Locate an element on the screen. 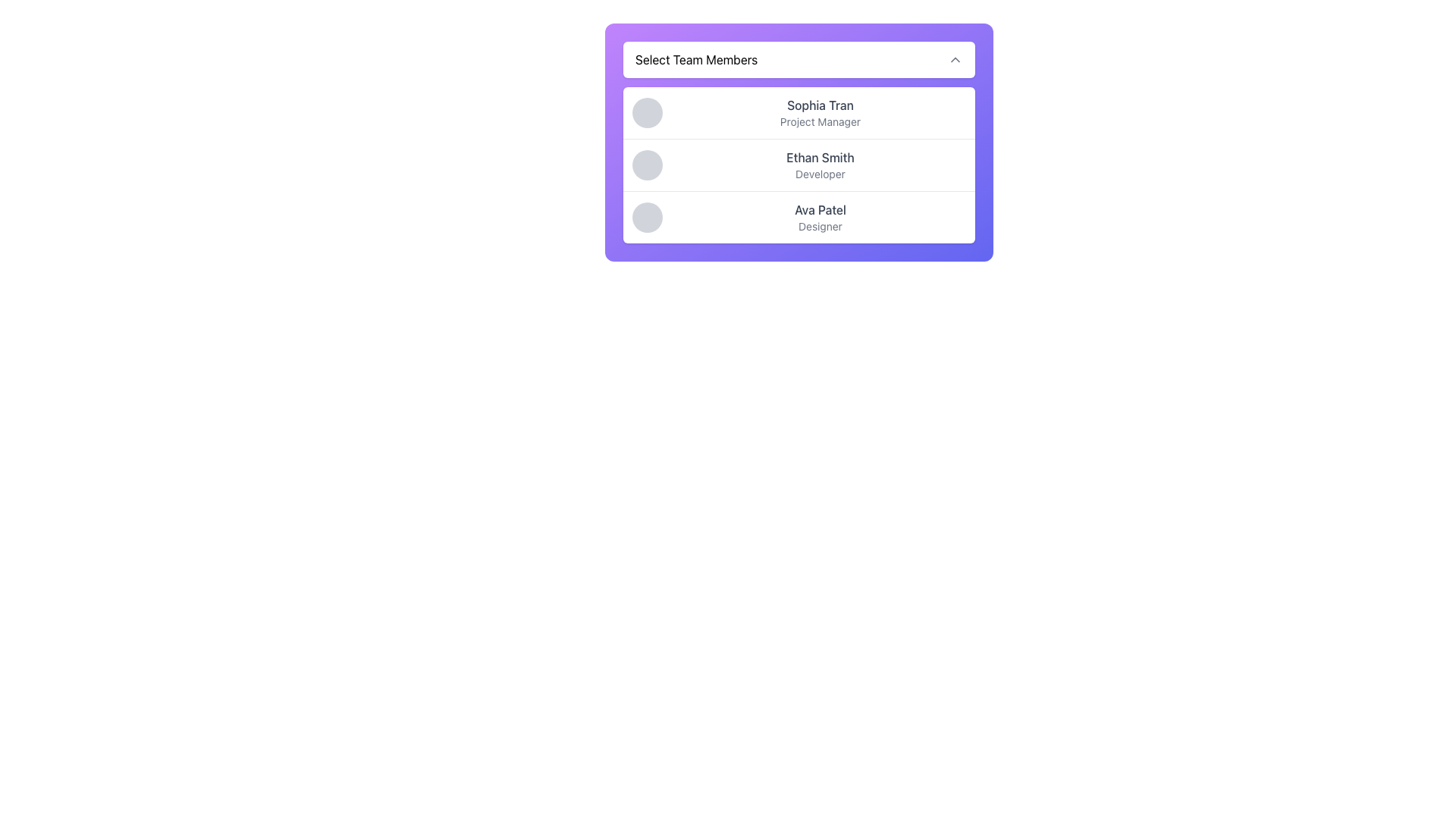  the 'Project Manager' text label located below 'Sophia Tran' in the team member selection list of the 'Select Team Members' pop-up dialog is located at coordinates (819, 121).